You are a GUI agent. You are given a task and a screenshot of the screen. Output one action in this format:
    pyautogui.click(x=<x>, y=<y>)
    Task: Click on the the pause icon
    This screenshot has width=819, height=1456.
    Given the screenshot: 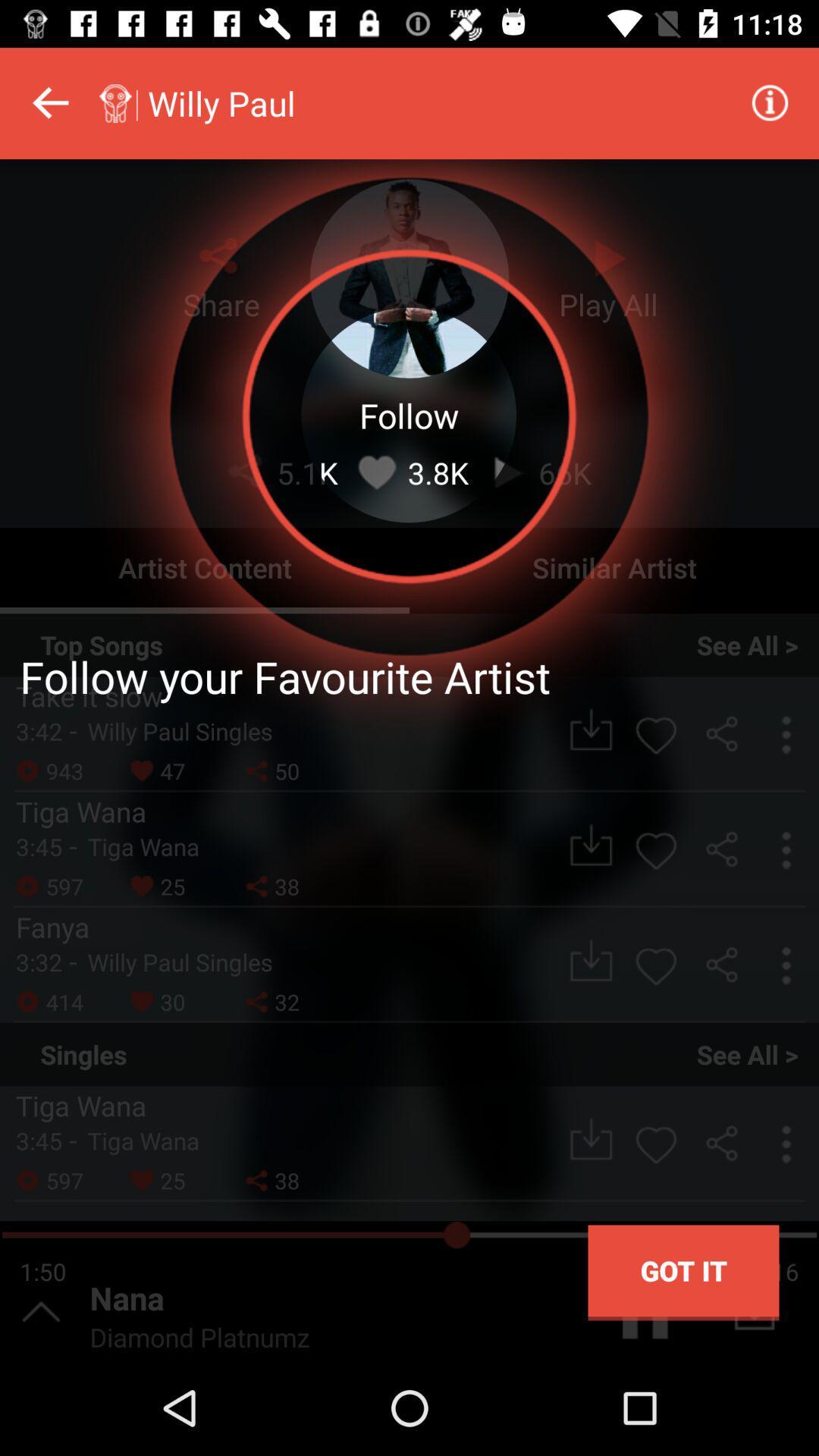 What is the action you would take?
    pyautogui.click(x=648, y=1314)
    